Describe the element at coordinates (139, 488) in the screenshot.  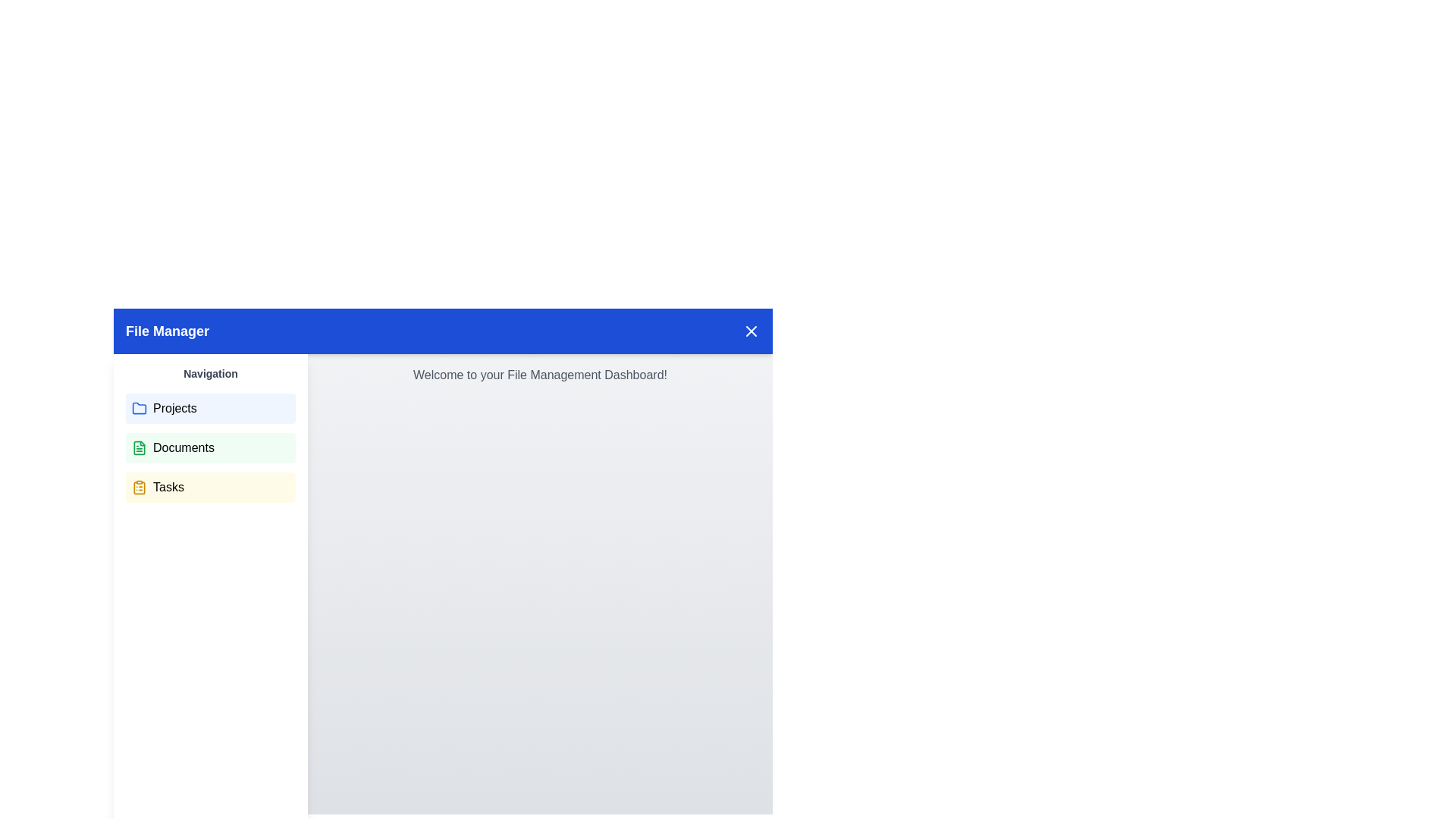
I see `the yellow clipboard icon with rounded edges located in the left navigation bar, adjacent to the 'Tasks' item` at that location.